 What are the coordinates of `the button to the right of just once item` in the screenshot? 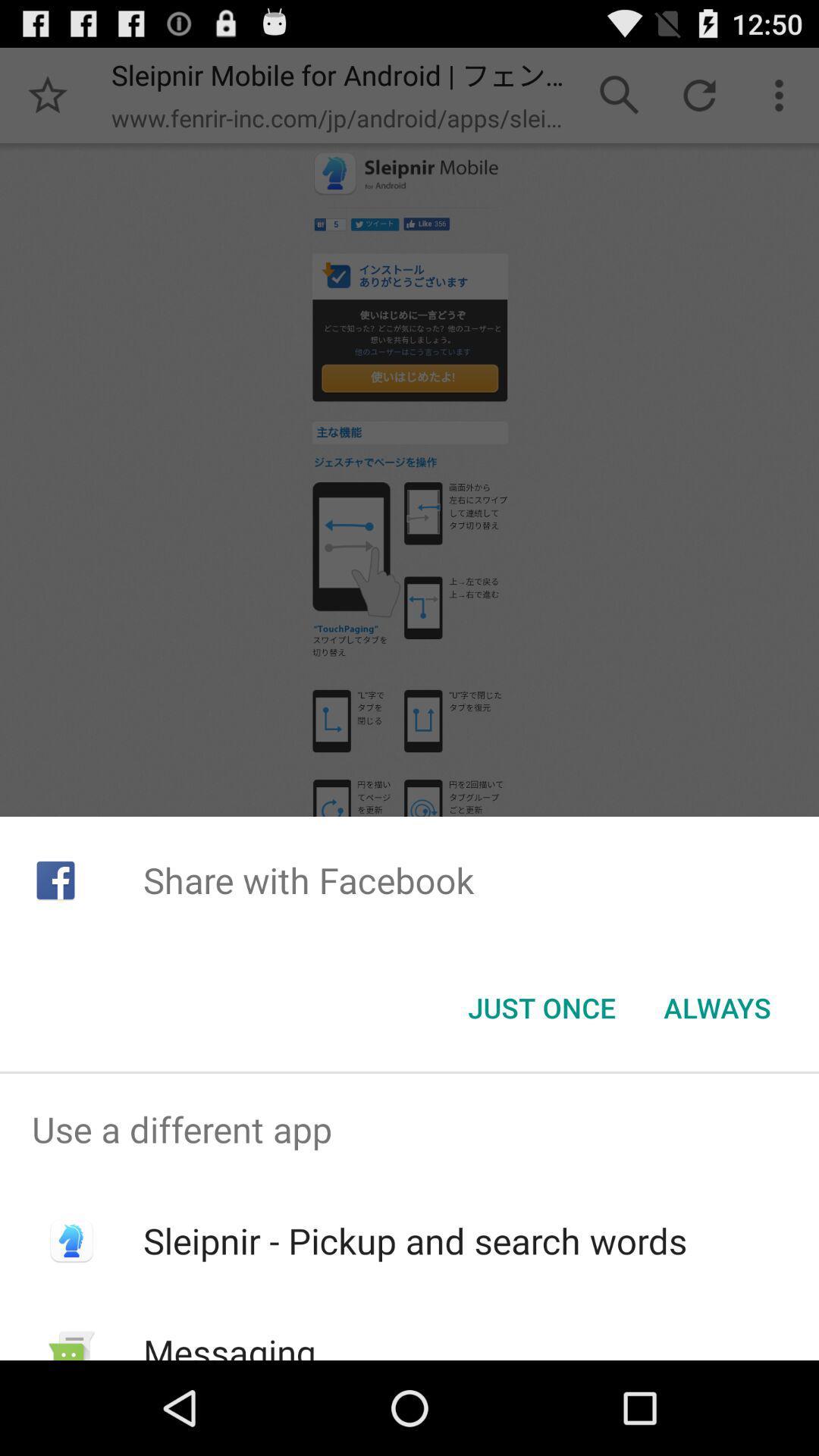 It's located at (717, 1008).